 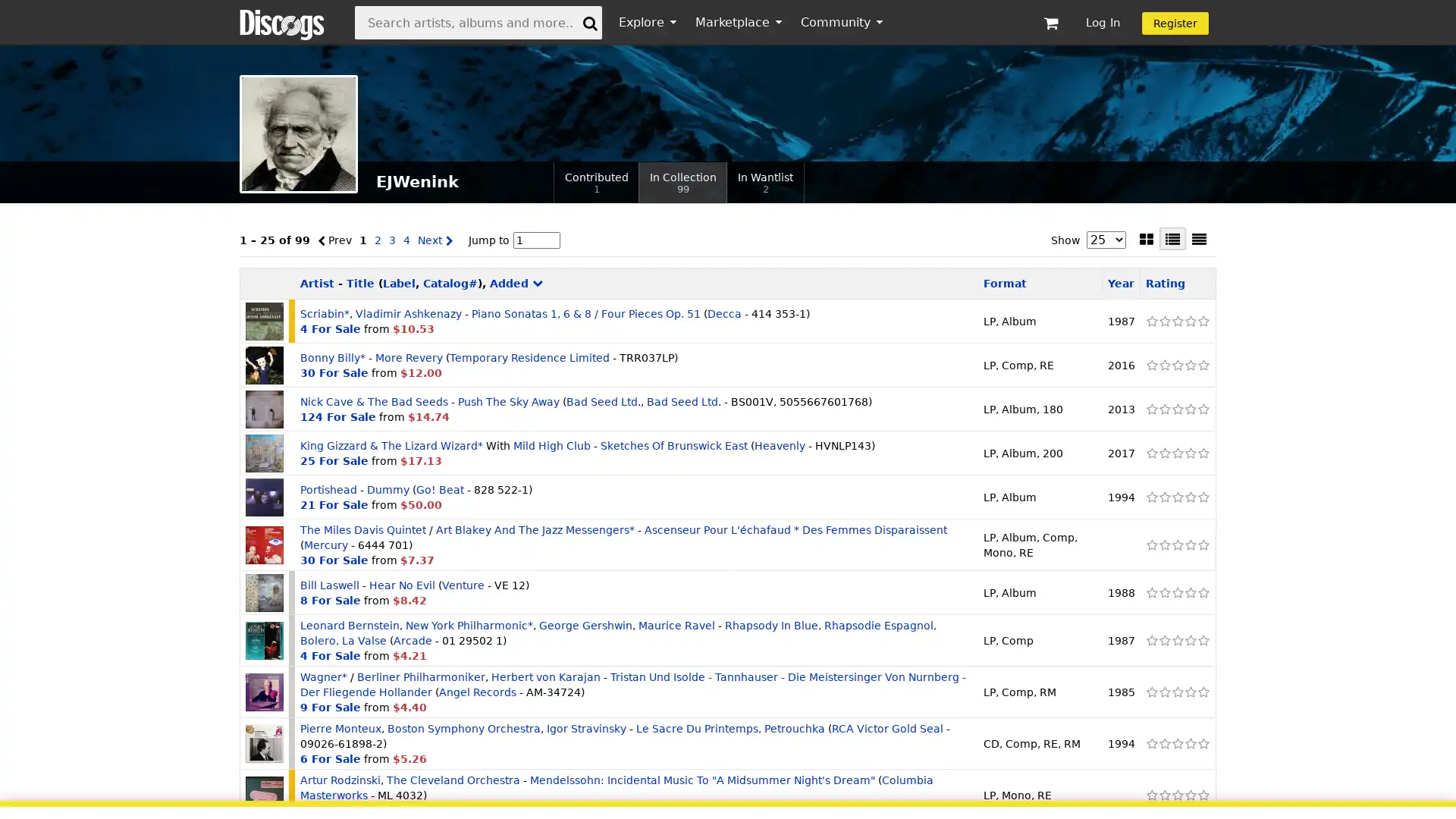 What do you see at coordinates (1176, 497) in the screenshot?
I see `Rate this release 3 stars.` at bounding box center [1176, 497].